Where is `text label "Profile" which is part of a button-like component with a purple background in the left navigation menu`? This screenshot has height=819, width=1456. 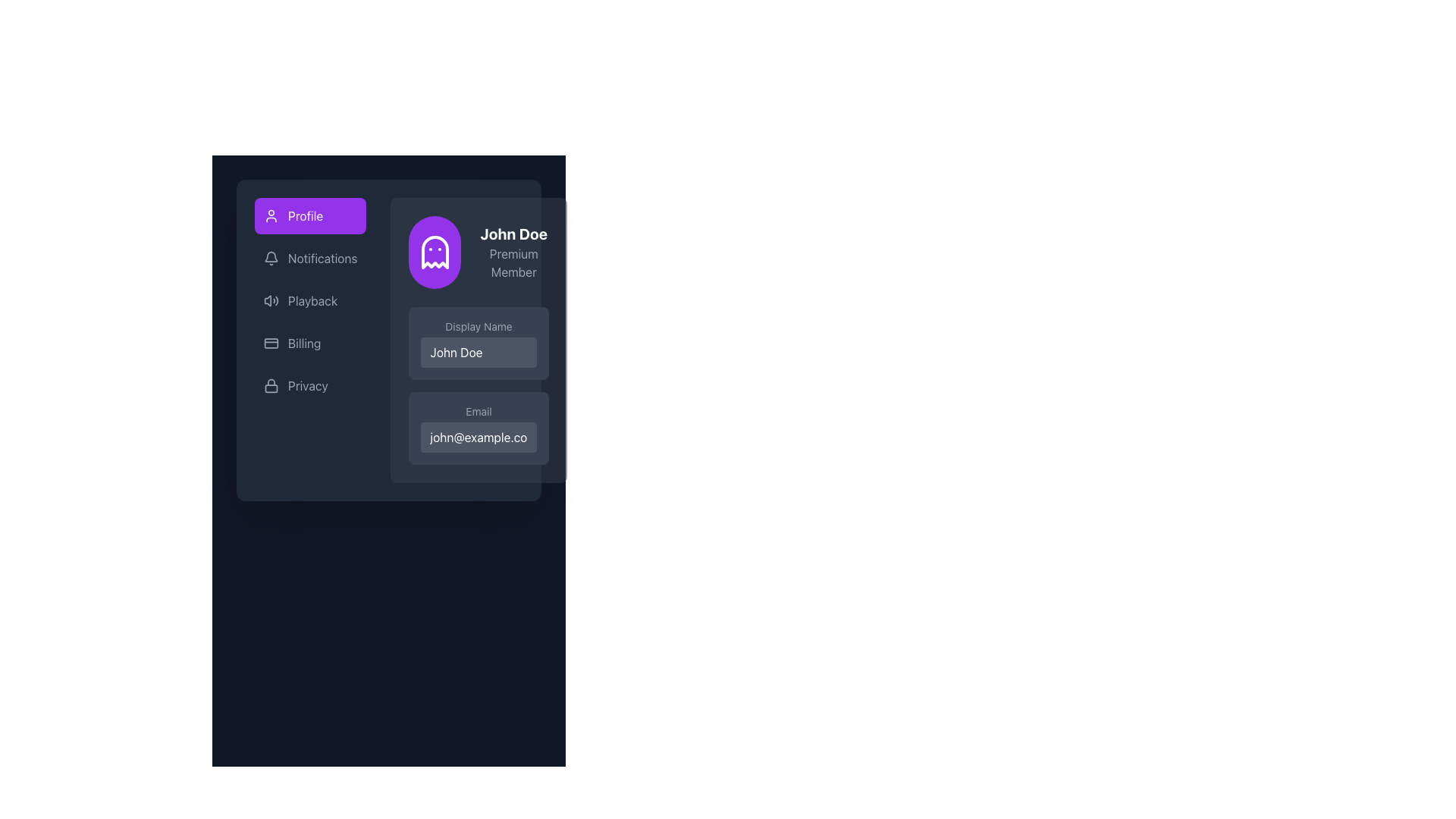
text label "Profile" which is part of a button-like component with a purple background in the left navigation menu is located at coordinates (305, 216).